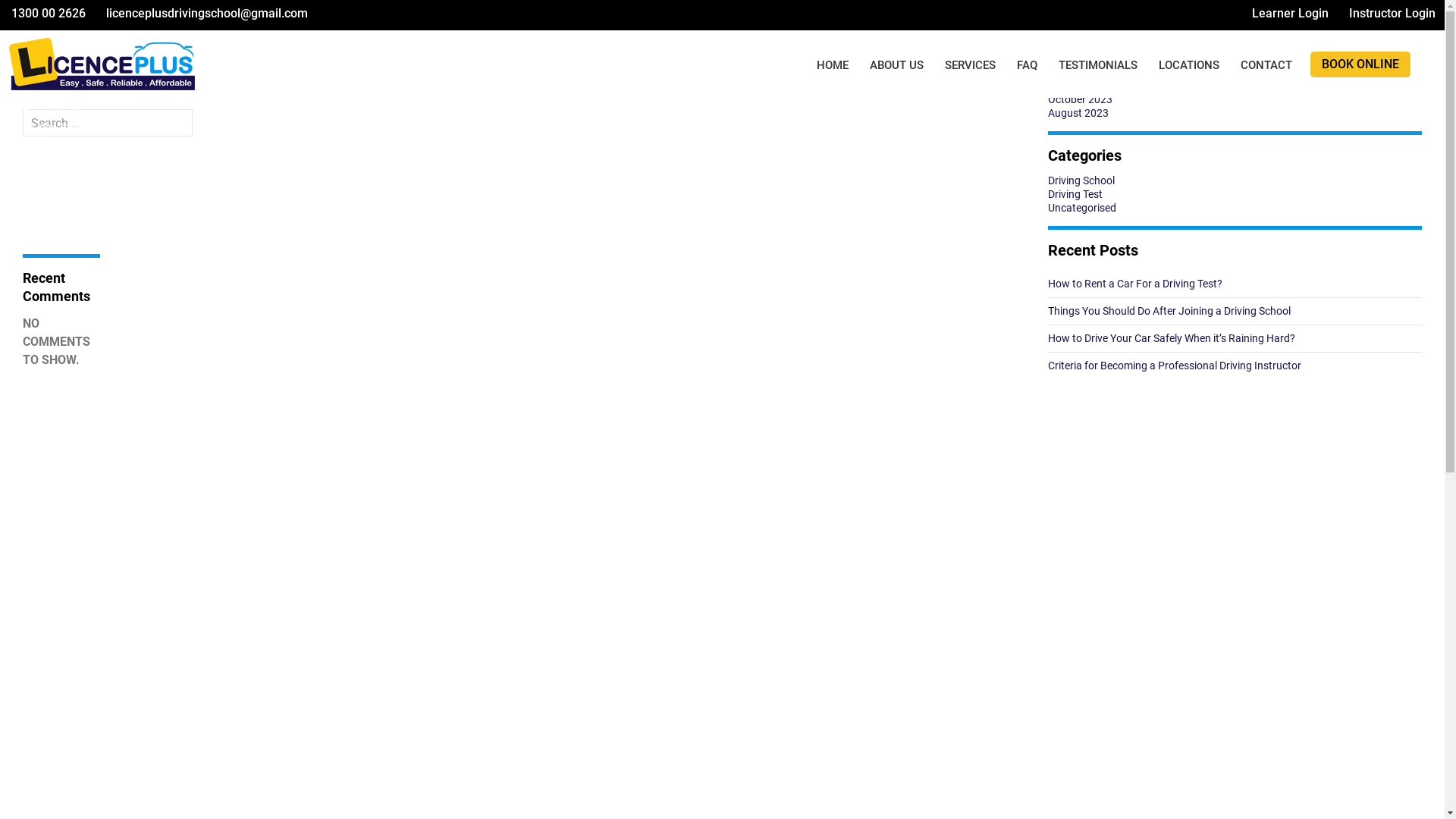 This screenshot has width=1456, height=819. What do you see at coordinates (1047, 207) in the screenshot?
I see `'Uncategorised'` at bounding box center [1047, 207].